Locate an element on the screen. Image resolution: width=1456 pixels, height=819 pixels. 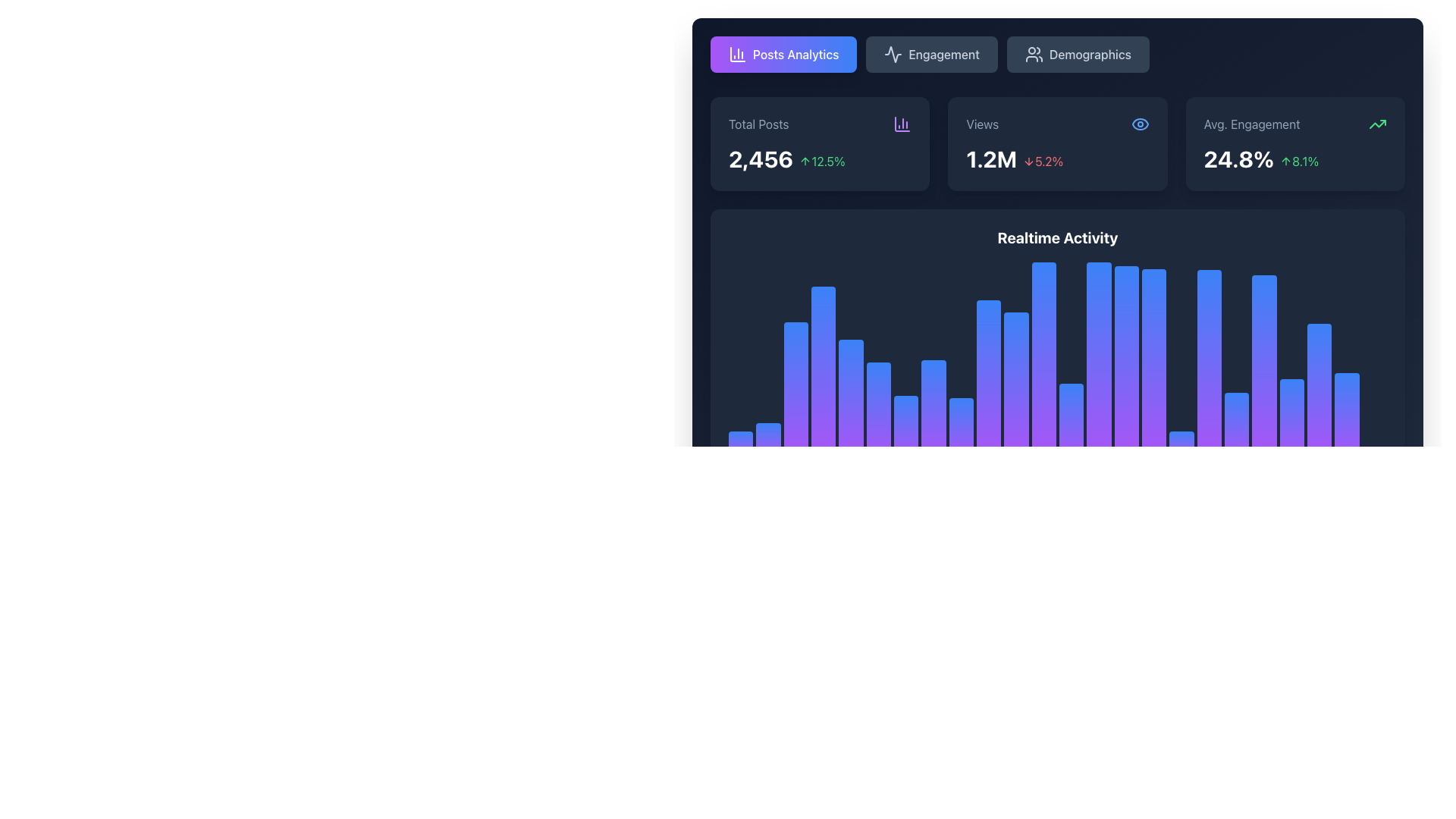
the 18th Graph bar in the central lower half of the interface is located at coordinates (1208, 426).